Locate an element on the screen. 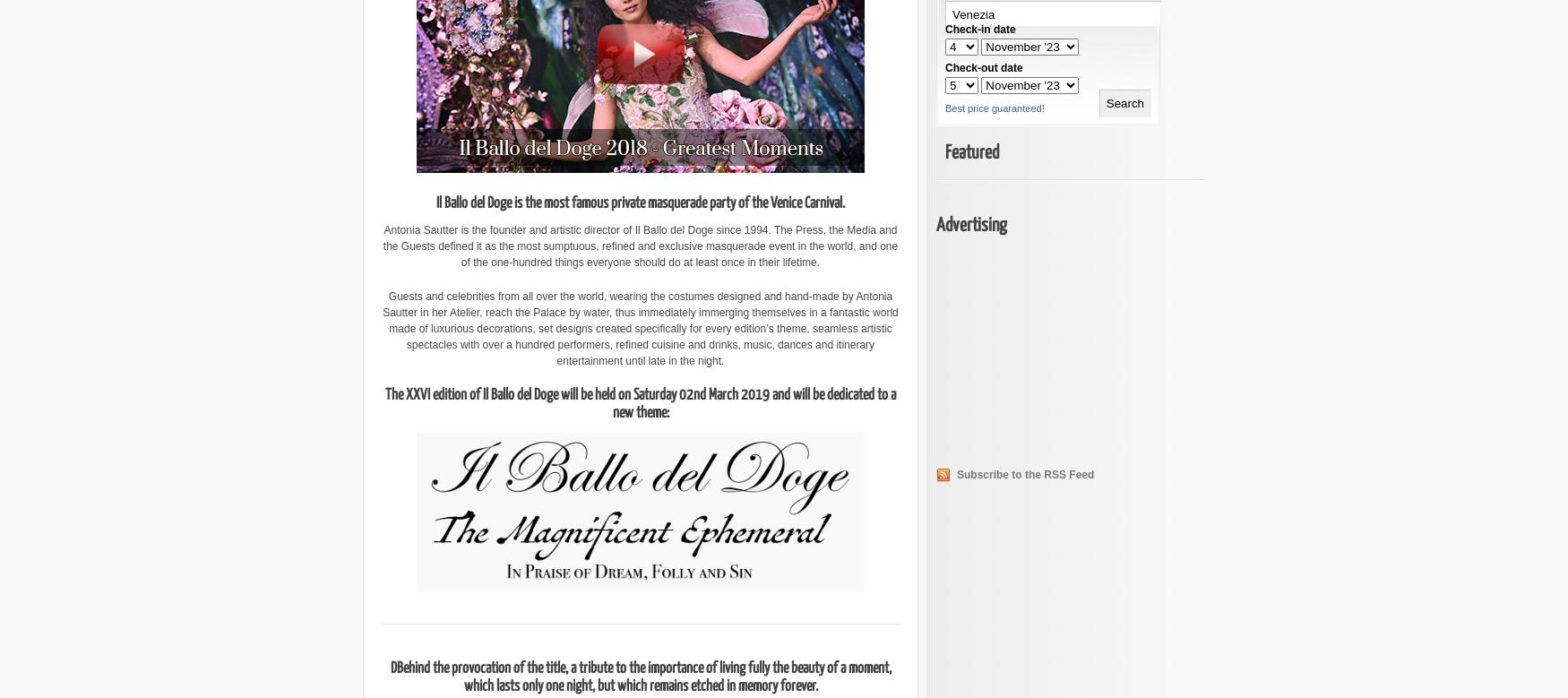  'Advertising' is located at coordinates (971, 225).